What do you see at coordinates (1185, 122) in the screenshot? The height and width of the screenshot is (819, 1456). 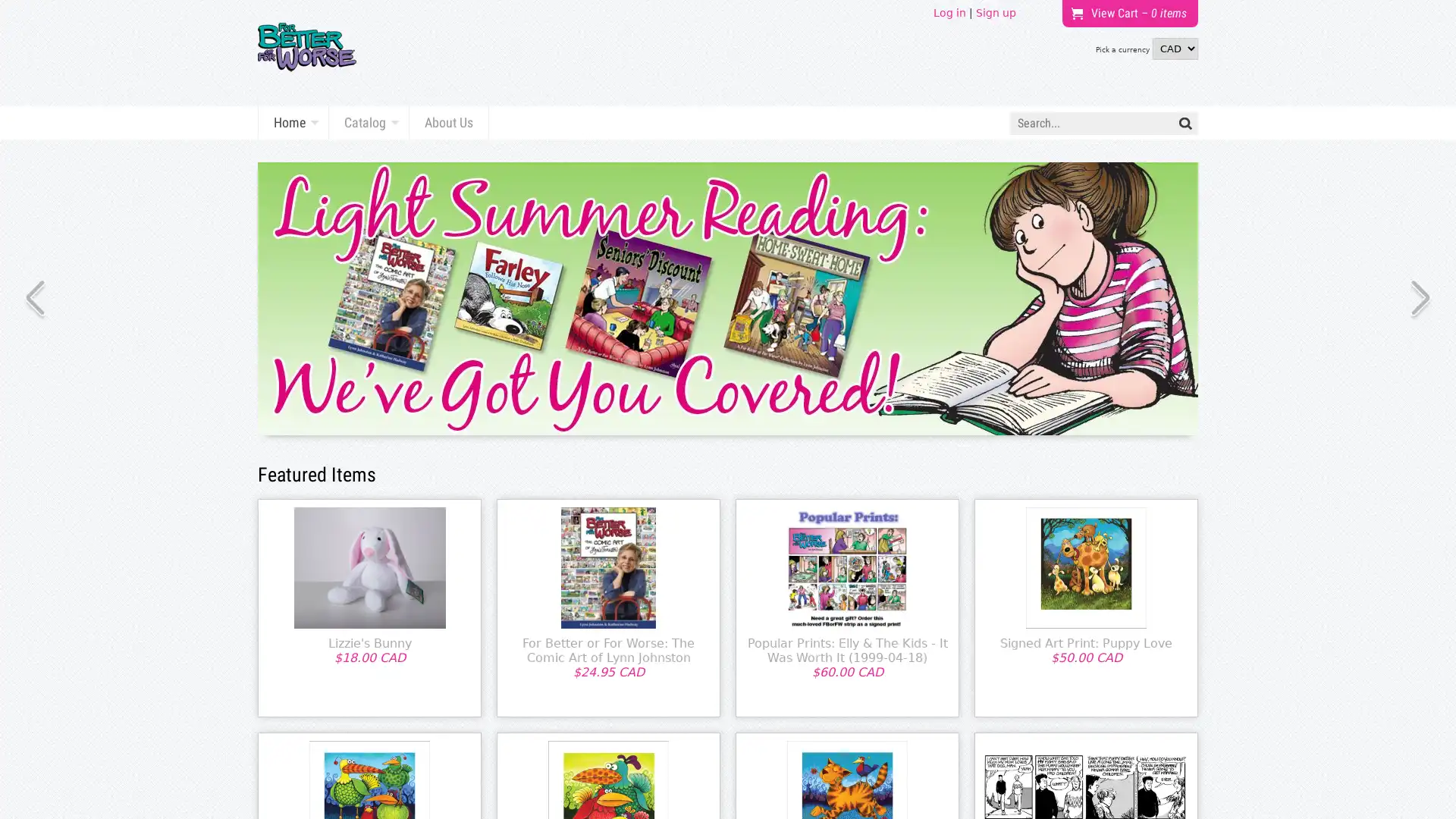 I see `Search` at bounding box center [1185, 122].